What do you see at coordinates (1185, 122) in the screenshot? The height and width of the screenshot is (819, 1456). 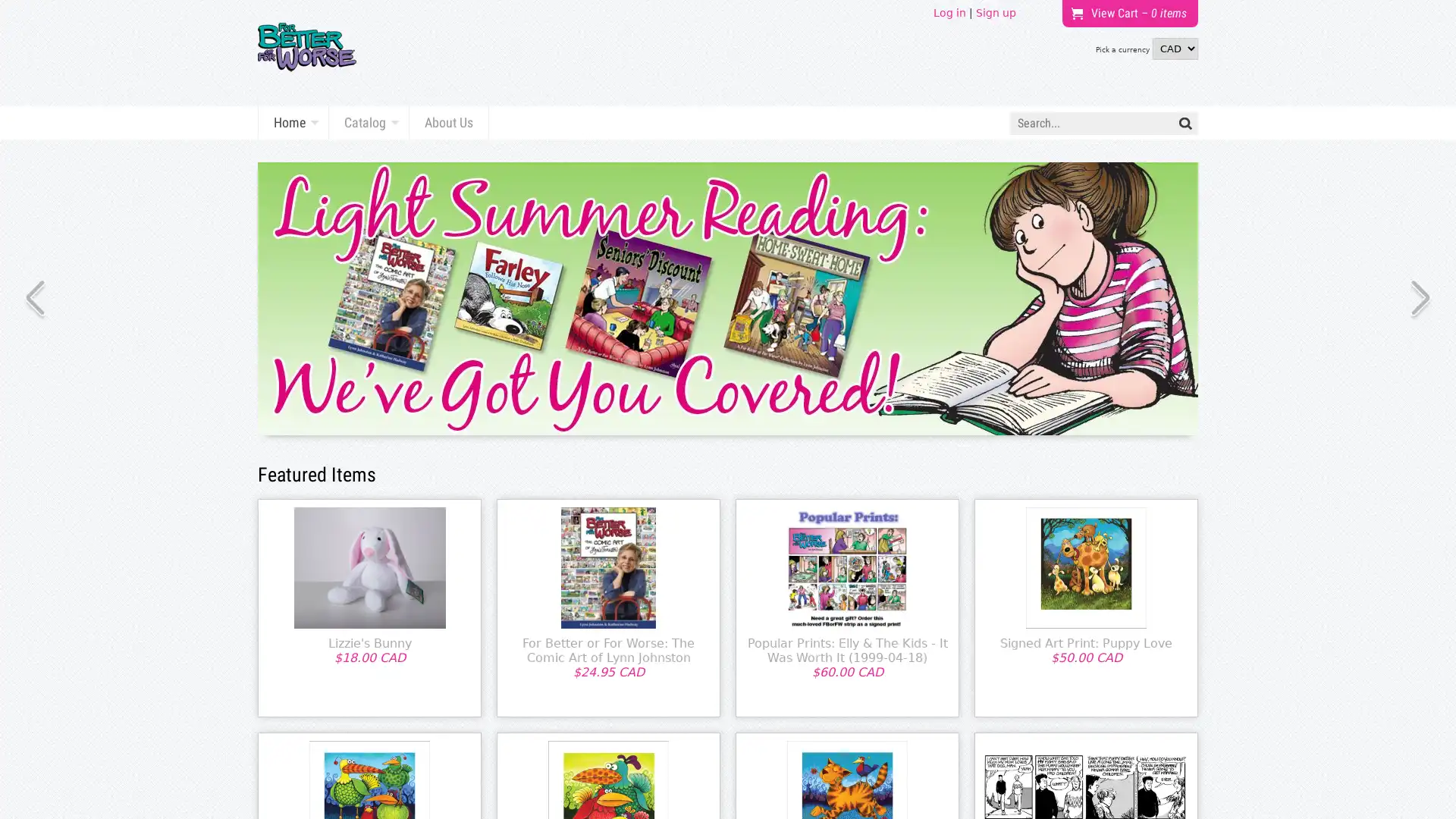 I see `Search` at bounding box center [1185, 122].